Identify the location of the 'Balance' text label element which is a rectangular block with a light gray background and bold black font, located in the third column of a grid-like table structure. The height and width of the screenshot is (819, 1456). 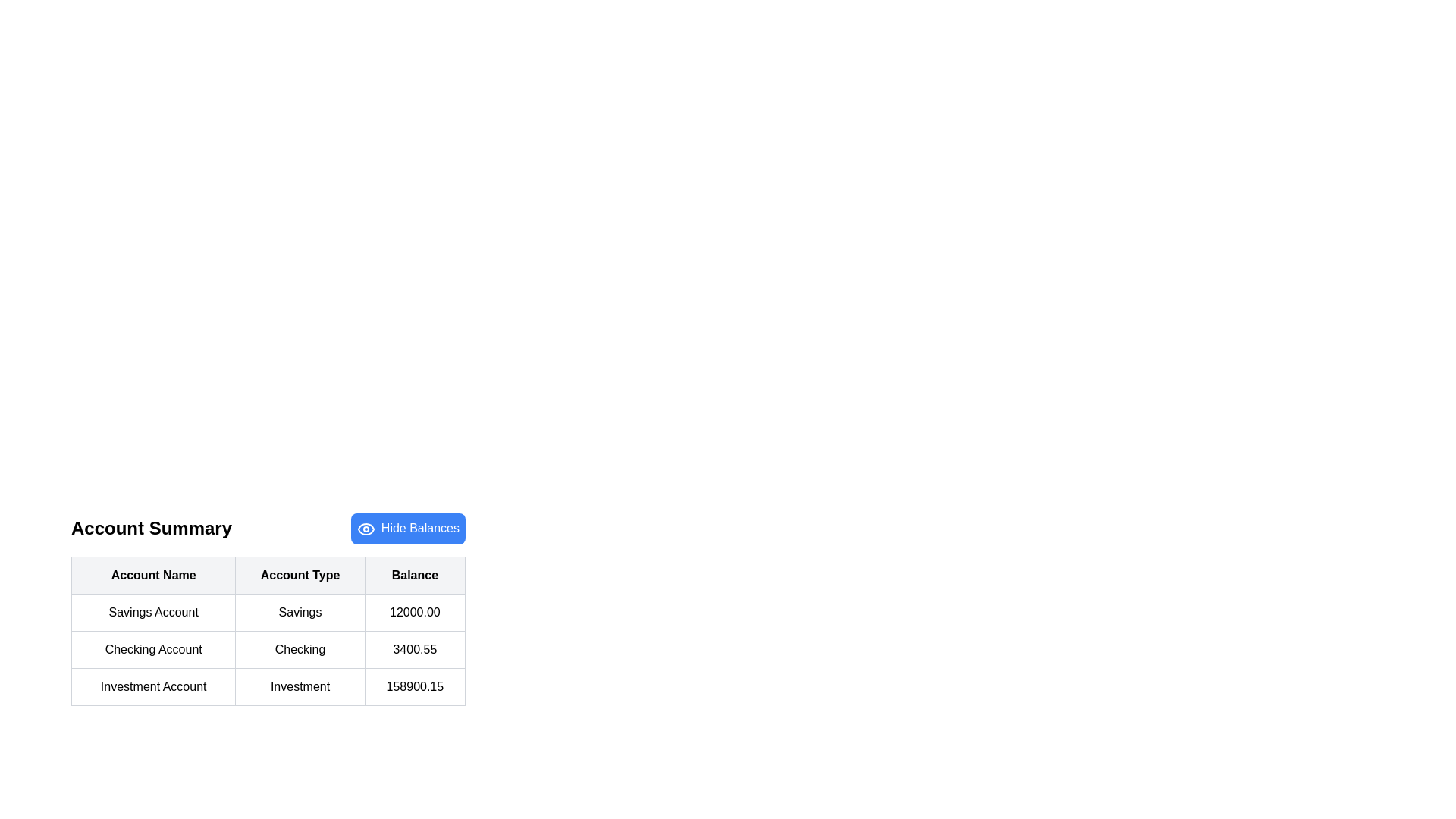
(415, 575).